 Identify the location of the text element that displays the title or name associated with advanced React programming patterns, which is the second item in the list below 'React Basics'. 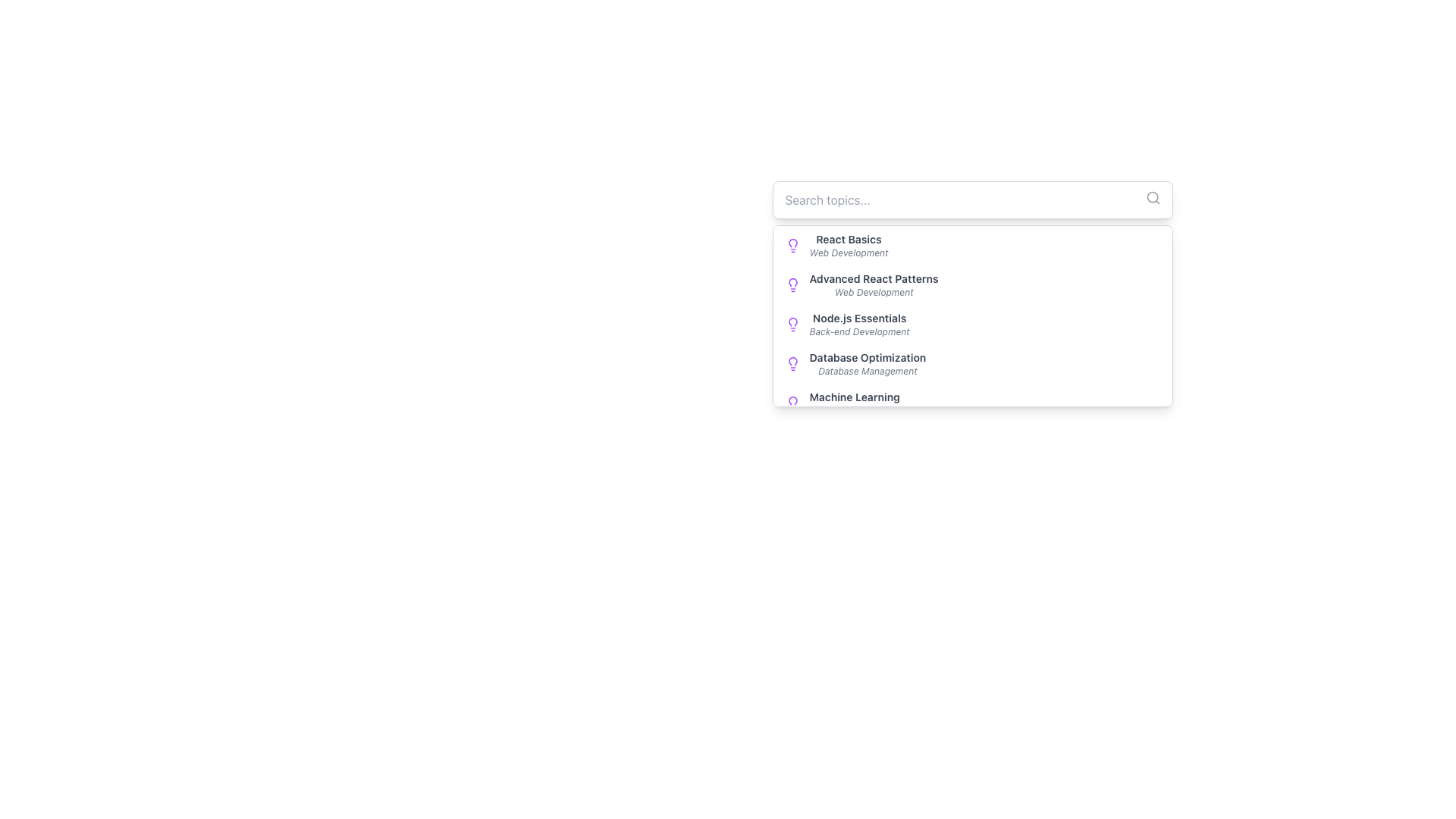
(874, 278).